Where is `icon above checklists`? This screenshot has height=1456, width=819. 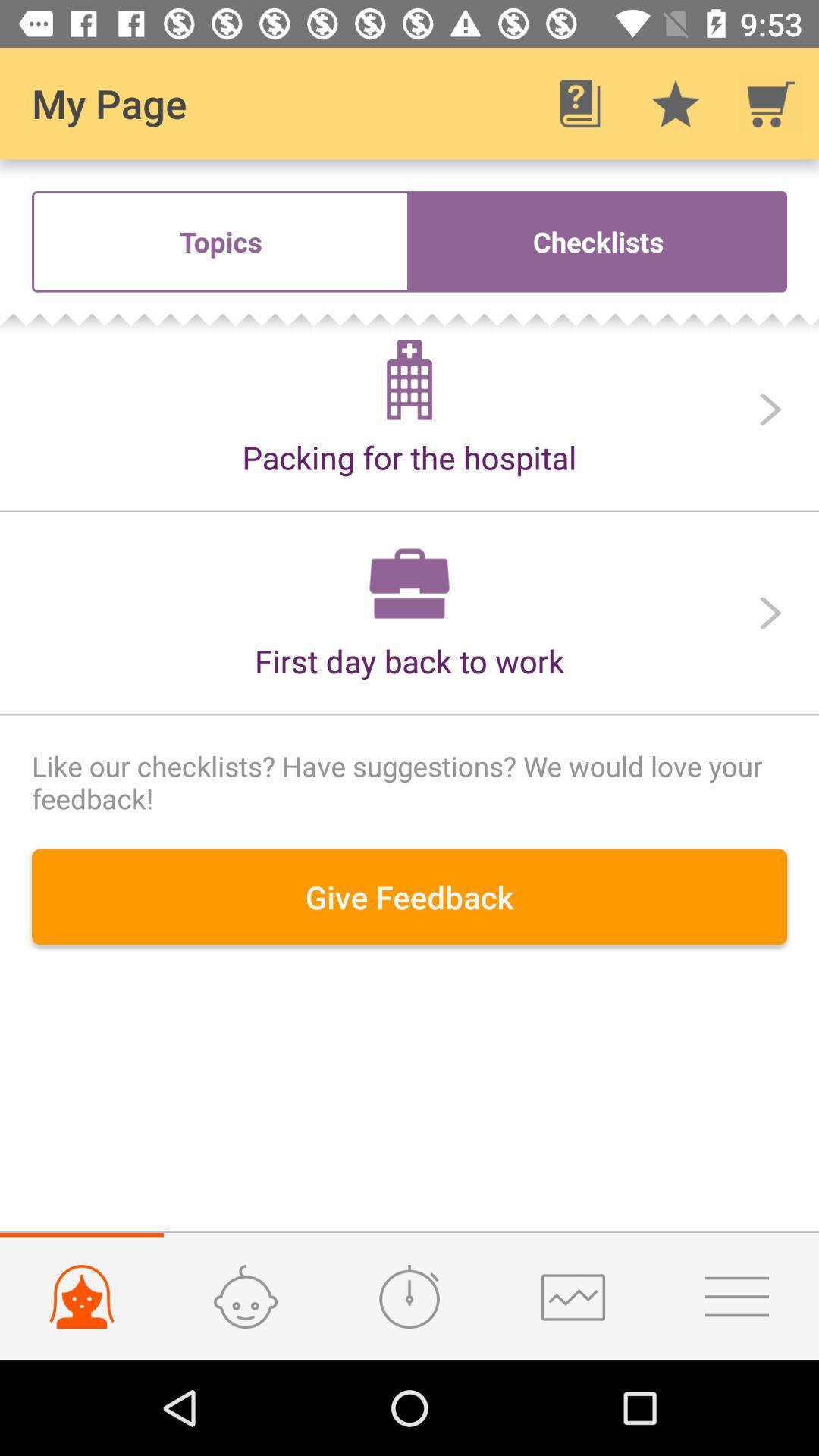 icon above checklists is located at coordinates (675, 102).